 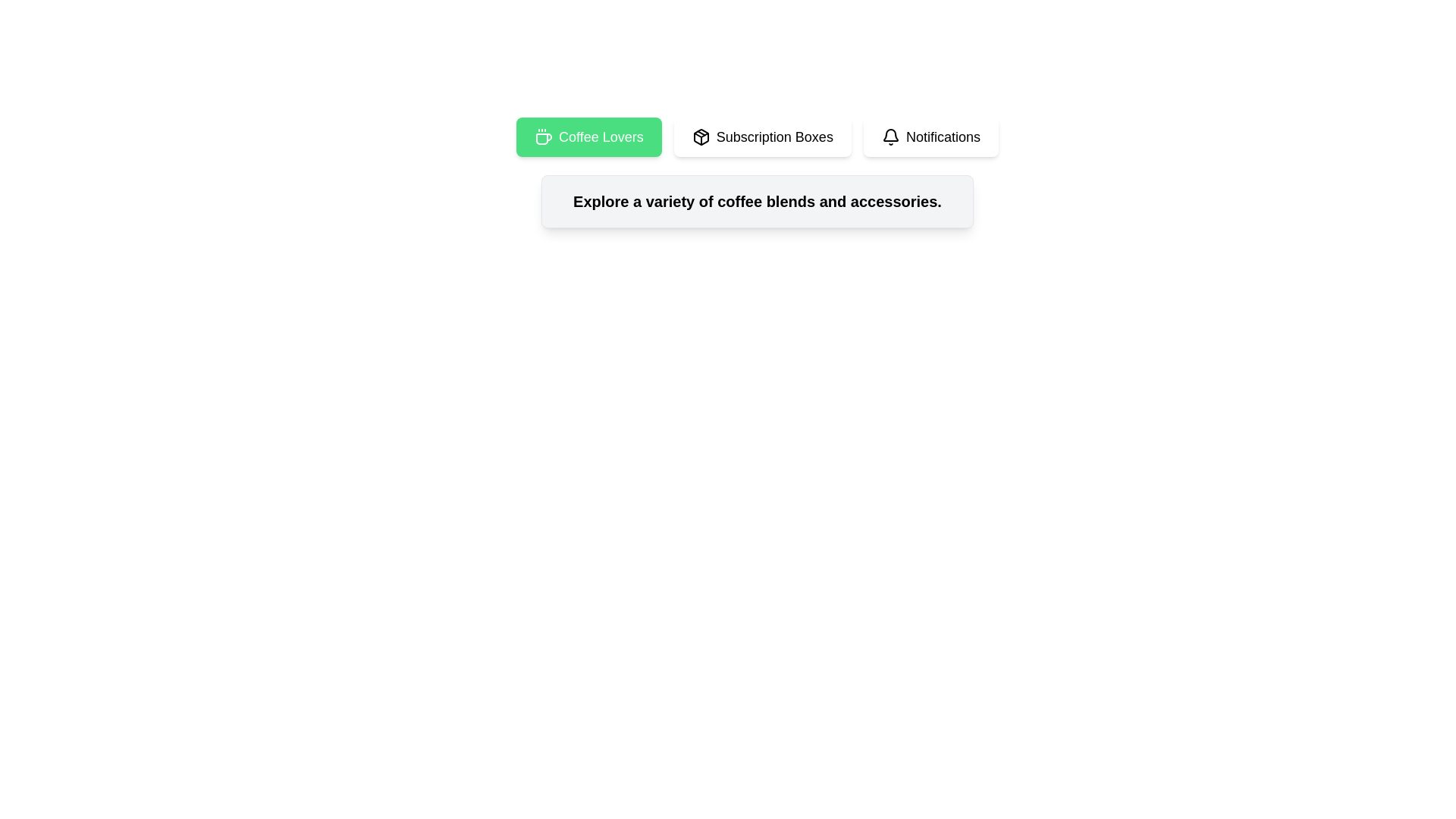 What do you see at coordinates (774, 137) in the screenshot?
I see `the subscription box navigation button located in the center of the horizontal navigation bar, specifically the second button from the left, positioned between the 'Coffee Lovers' and 'Notifications' buttons` at bounding box center [774, 137].